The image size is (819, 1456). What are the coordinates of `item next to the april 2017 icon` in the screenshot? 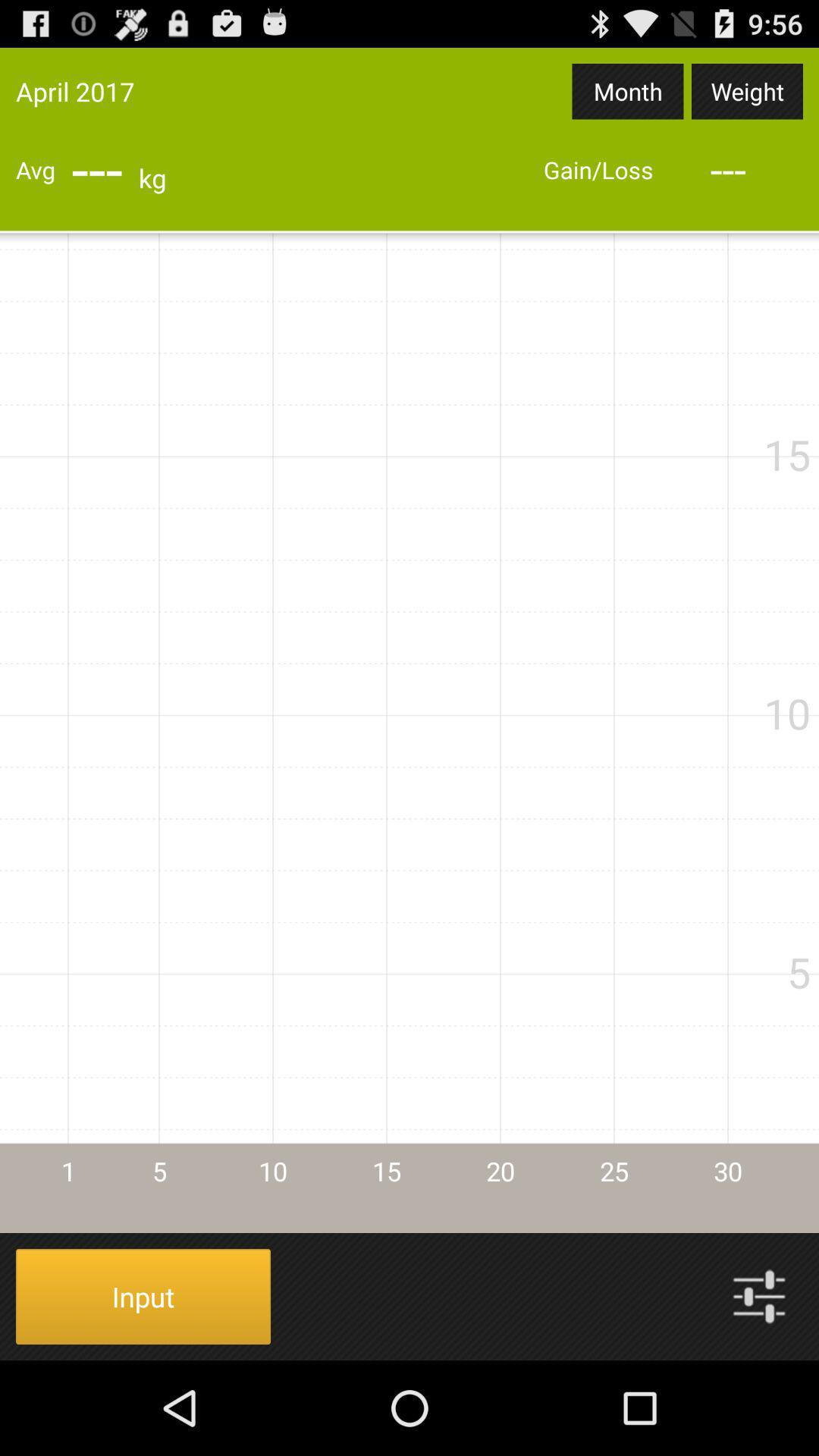 It's located at (628, 90).